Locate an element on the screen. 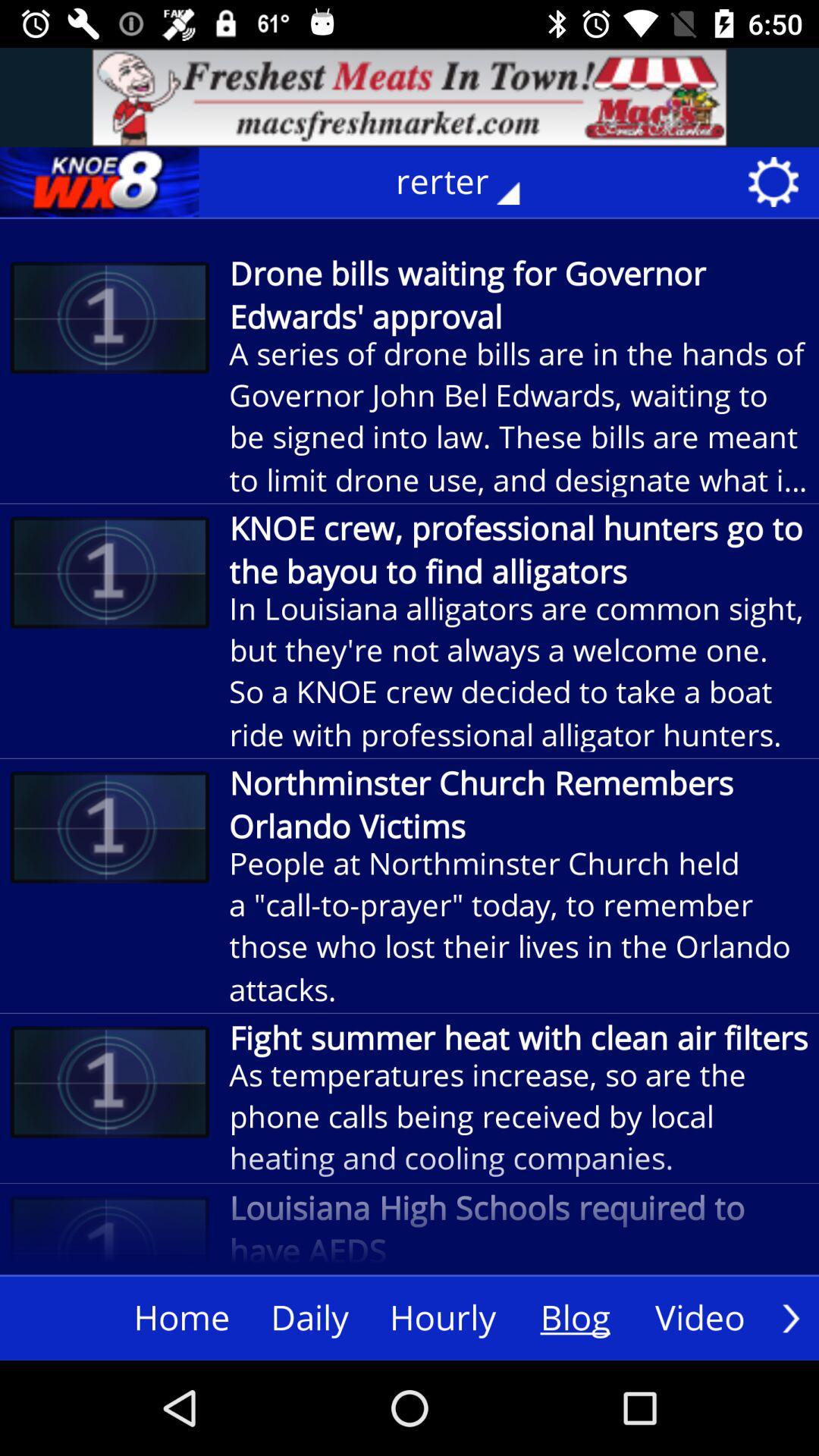  move next is located at coordinates (790, 1317).